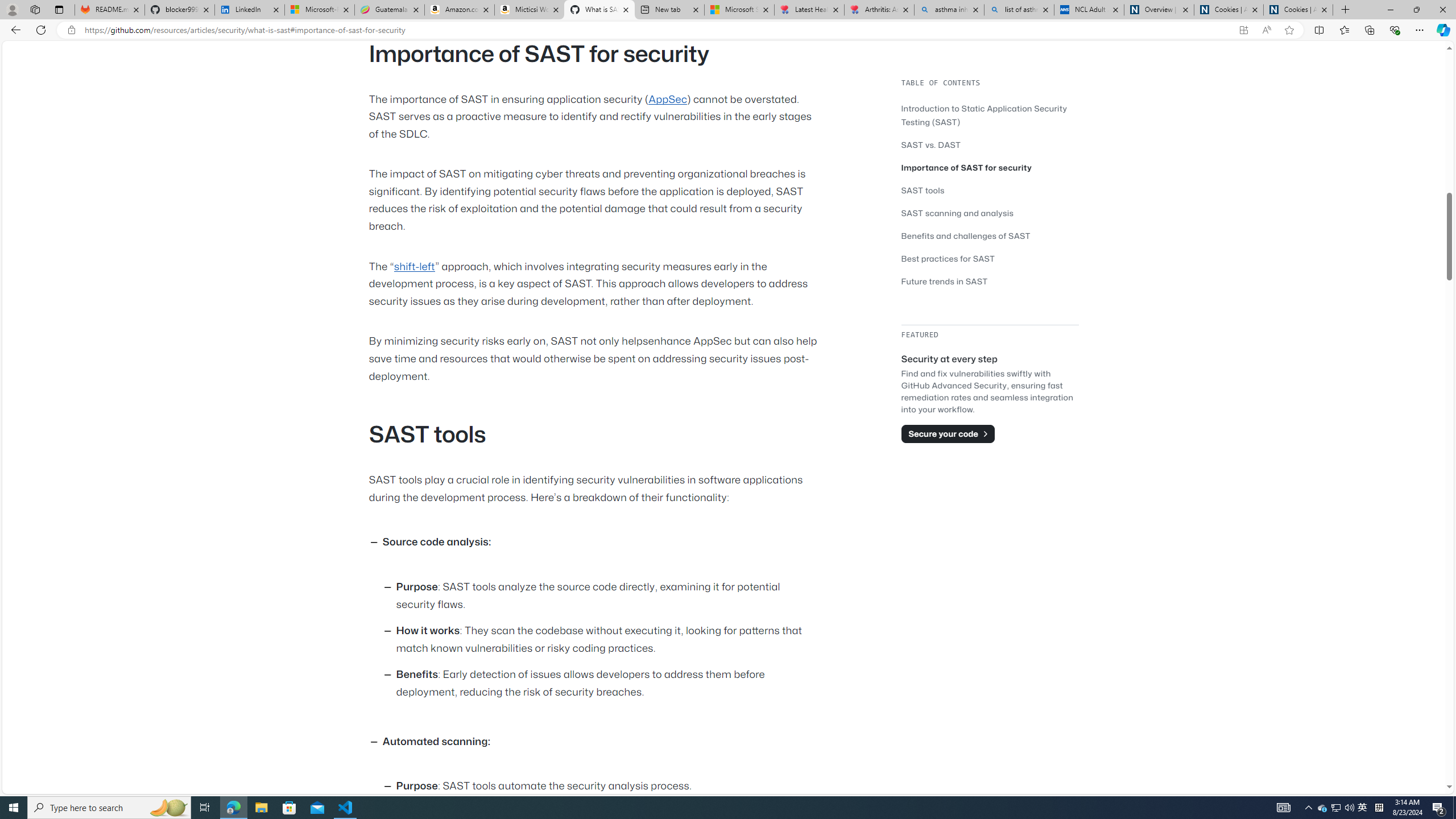  I want to click on 'Cookies | About | NICE', so click(1298, 9).